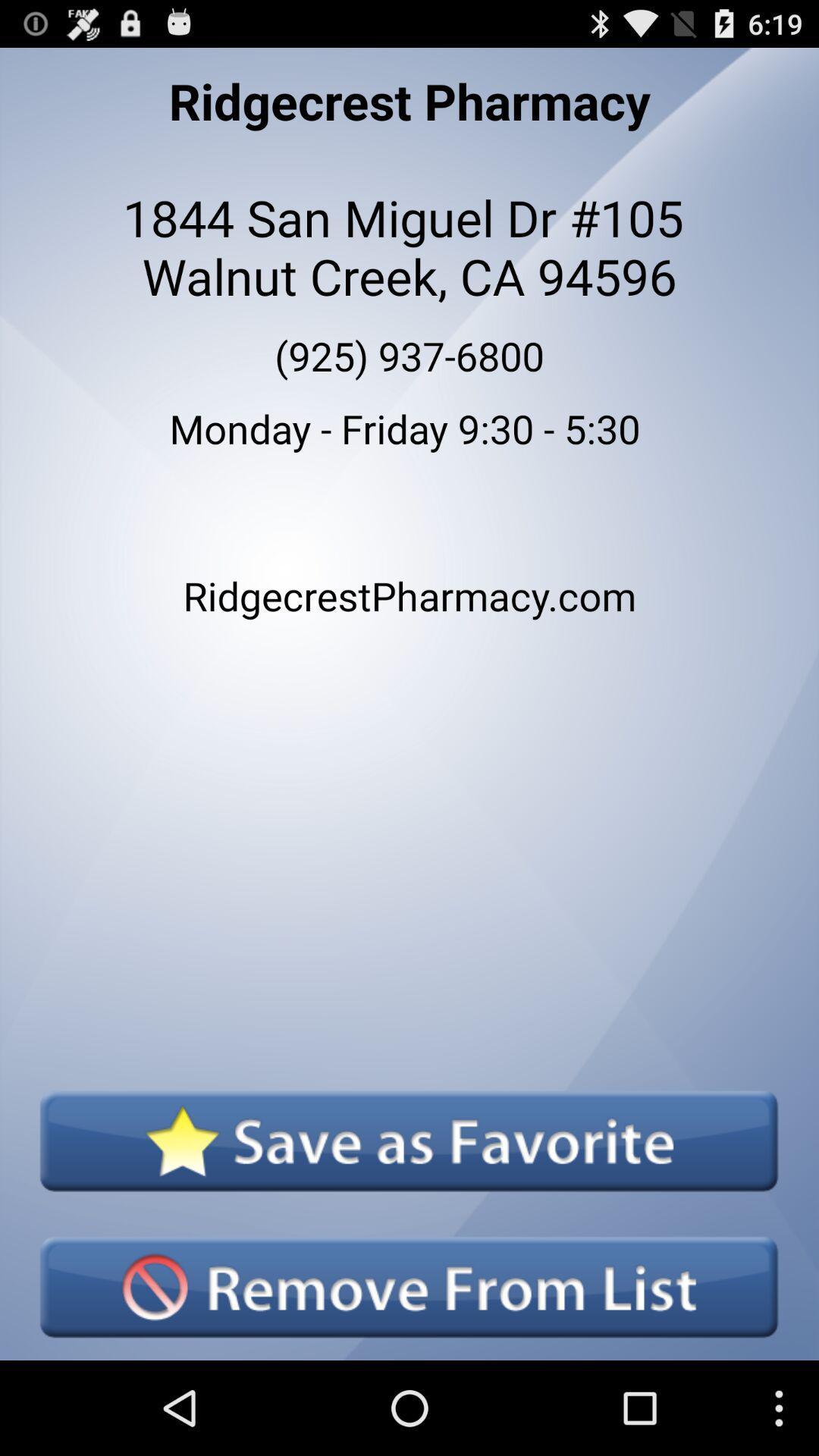 This screenshot has height=1456, width=819. What do you see at coordinates (408, 1141) in the screenshot?
I see `icon below the ridgecrestpharmacy.com icon` at bounding box center [408, 1141].